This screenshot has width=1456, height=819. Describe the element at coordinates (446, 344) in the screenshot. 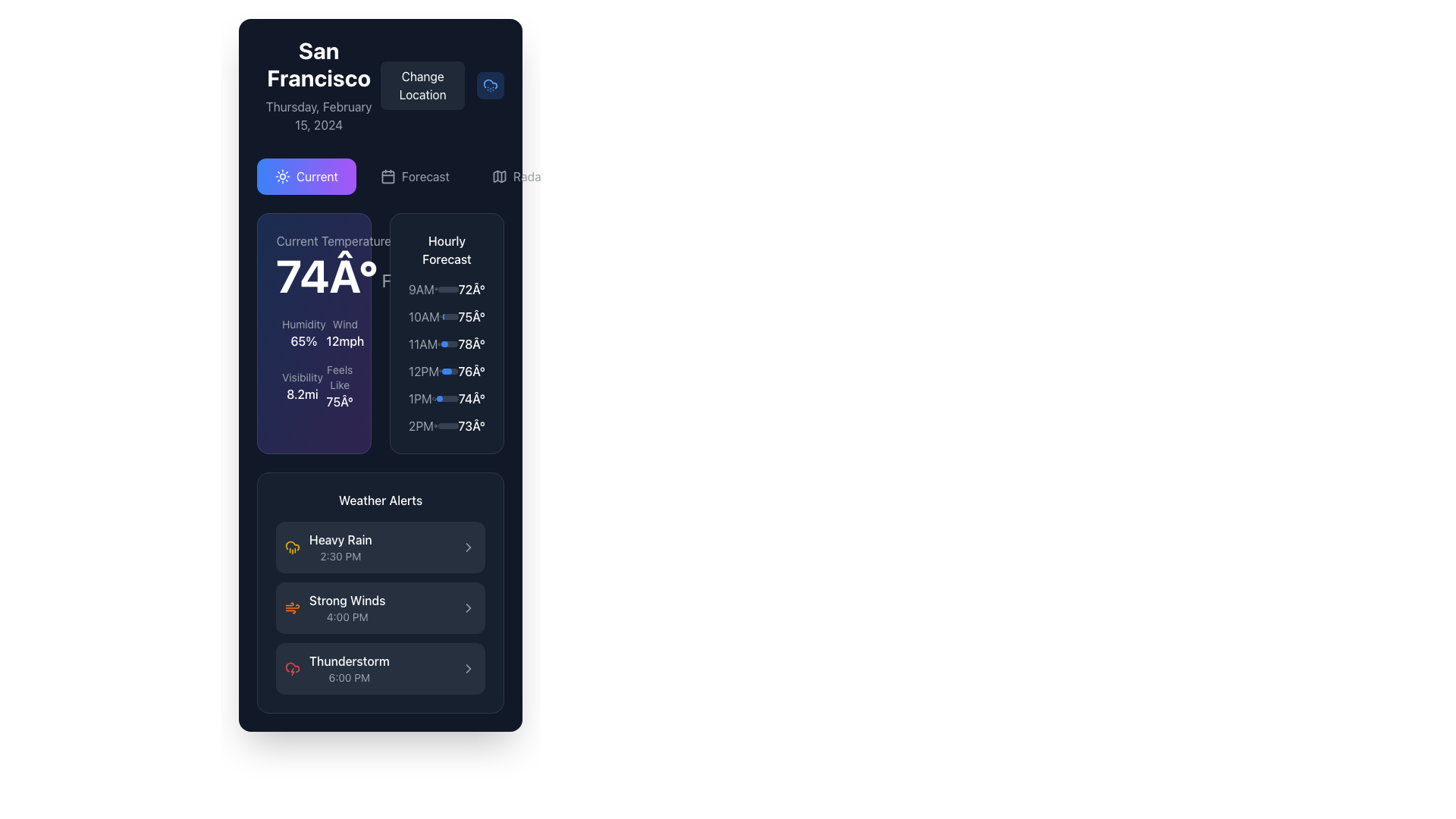

I see `the third entry in the 'Hourly Forecast' list that displays the weather details for 11:00 AM, including time, temperature, and precipitation indication` at that location.